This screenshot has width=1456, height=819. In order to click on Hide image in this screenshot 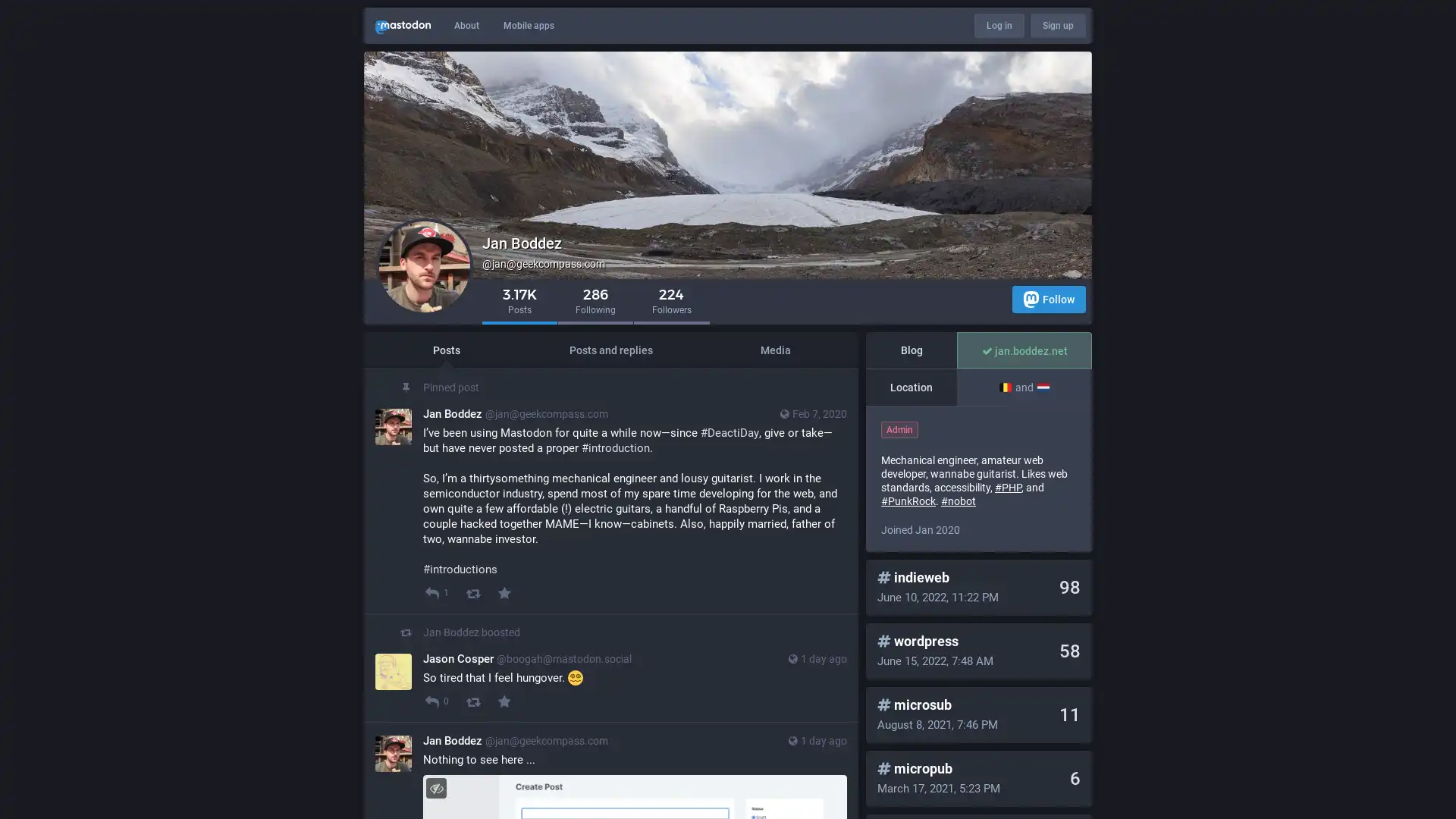, I will do `click(435, 787)`.